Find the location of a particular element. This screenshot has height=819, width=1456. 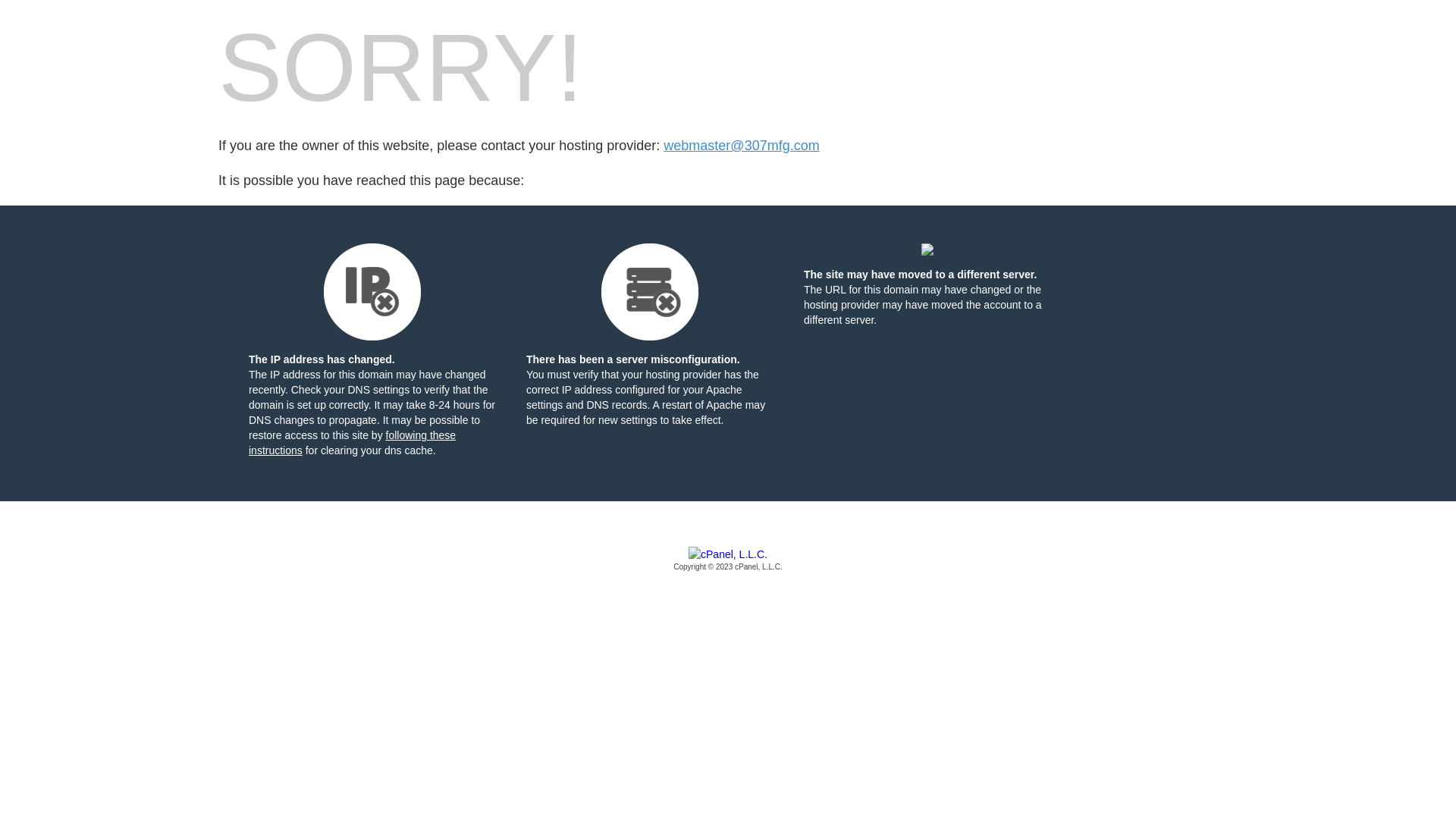

'webmaster@307mfg.com' is located at coordinates (663, 146).